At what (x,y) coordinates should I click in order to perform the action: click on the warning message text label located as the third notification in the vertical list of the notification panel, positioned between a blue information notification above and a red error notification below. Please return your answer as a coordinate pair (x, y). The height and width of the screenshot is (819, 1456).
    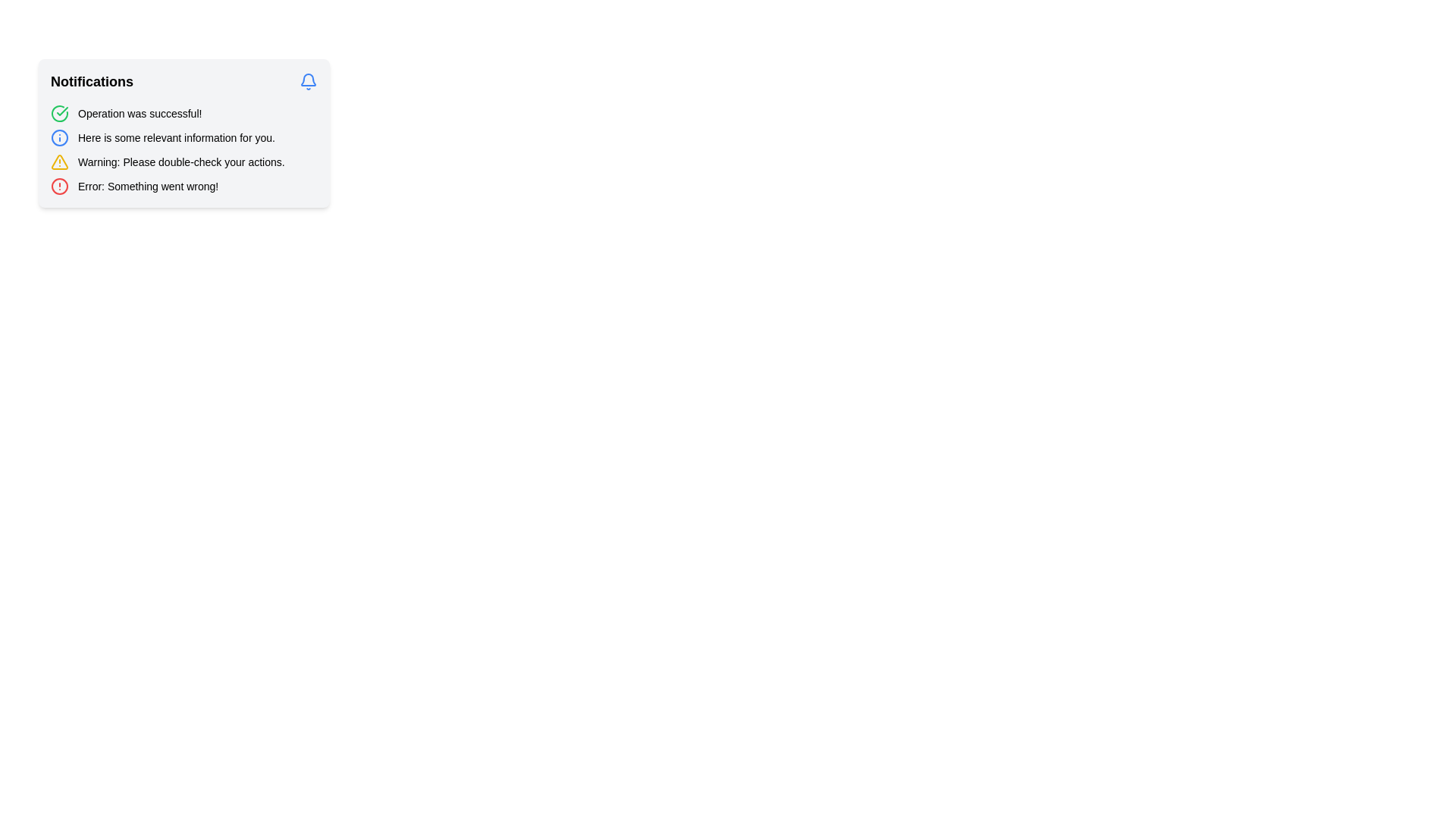
    Looking at the image, I should click on (181, 162).